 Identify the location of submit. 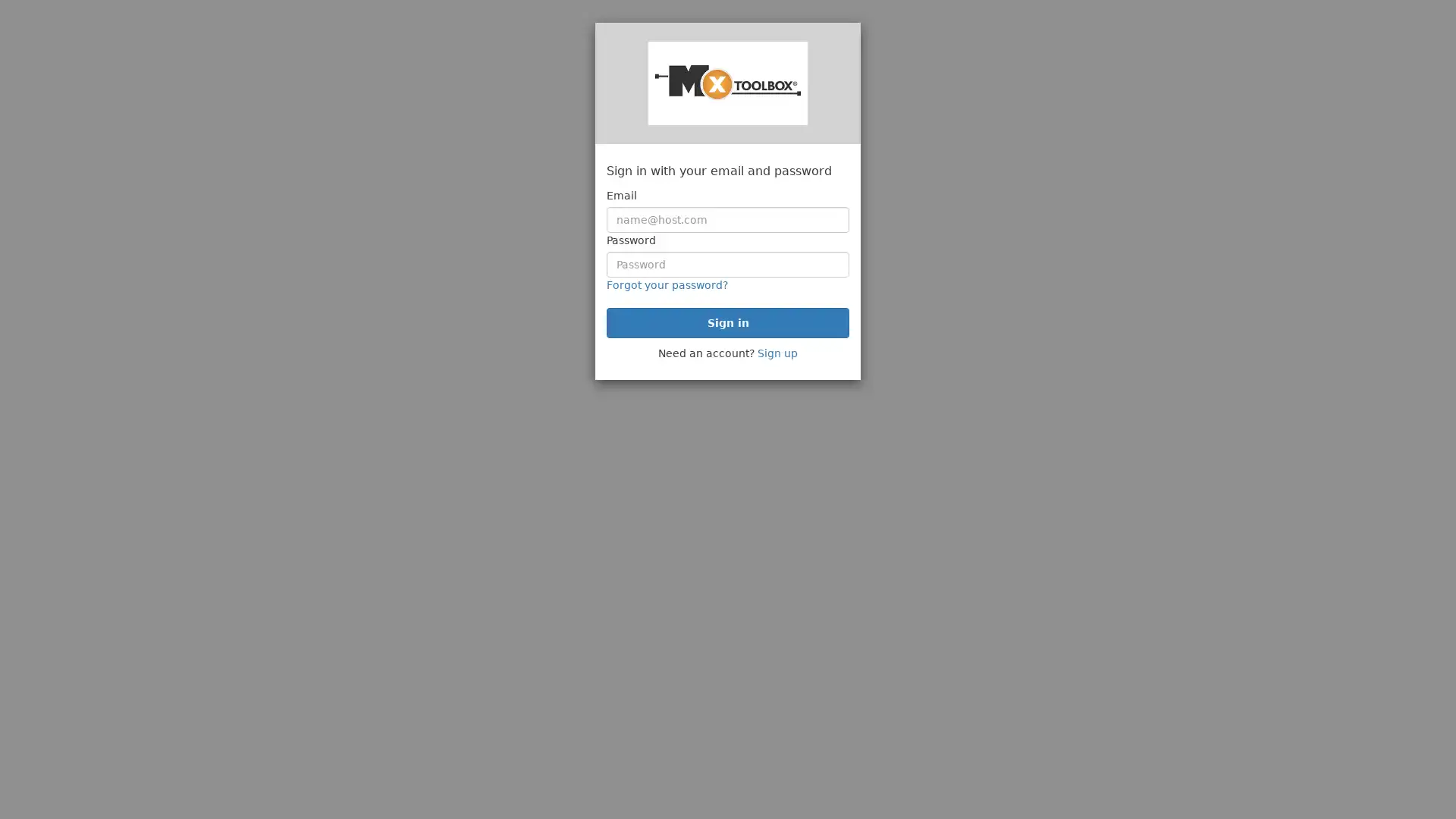
(728, 322).